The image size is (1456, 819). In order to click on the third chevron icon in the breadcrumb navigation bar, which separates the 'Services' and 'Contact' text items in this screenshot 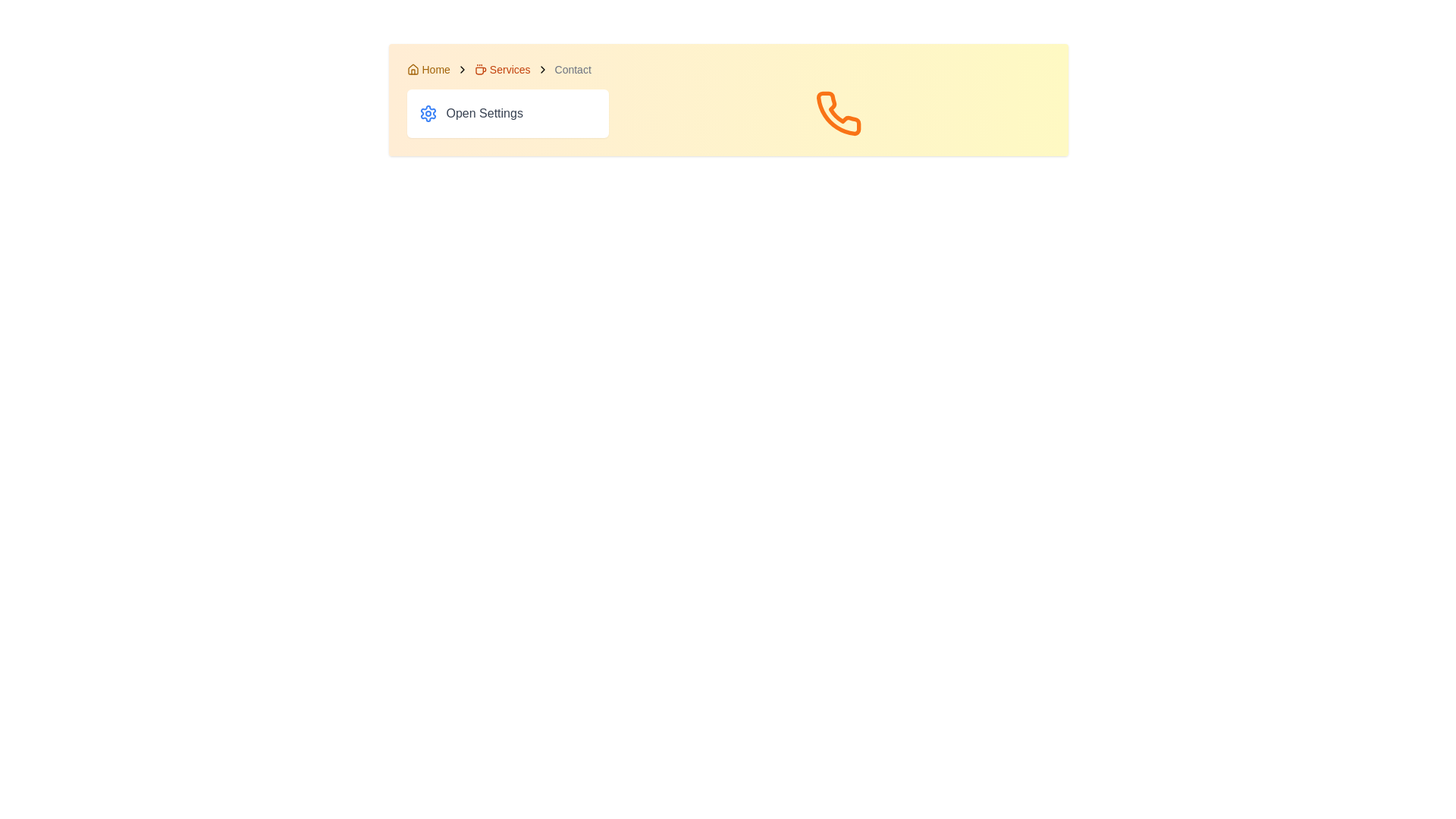, I will do `click(542, 70)`.